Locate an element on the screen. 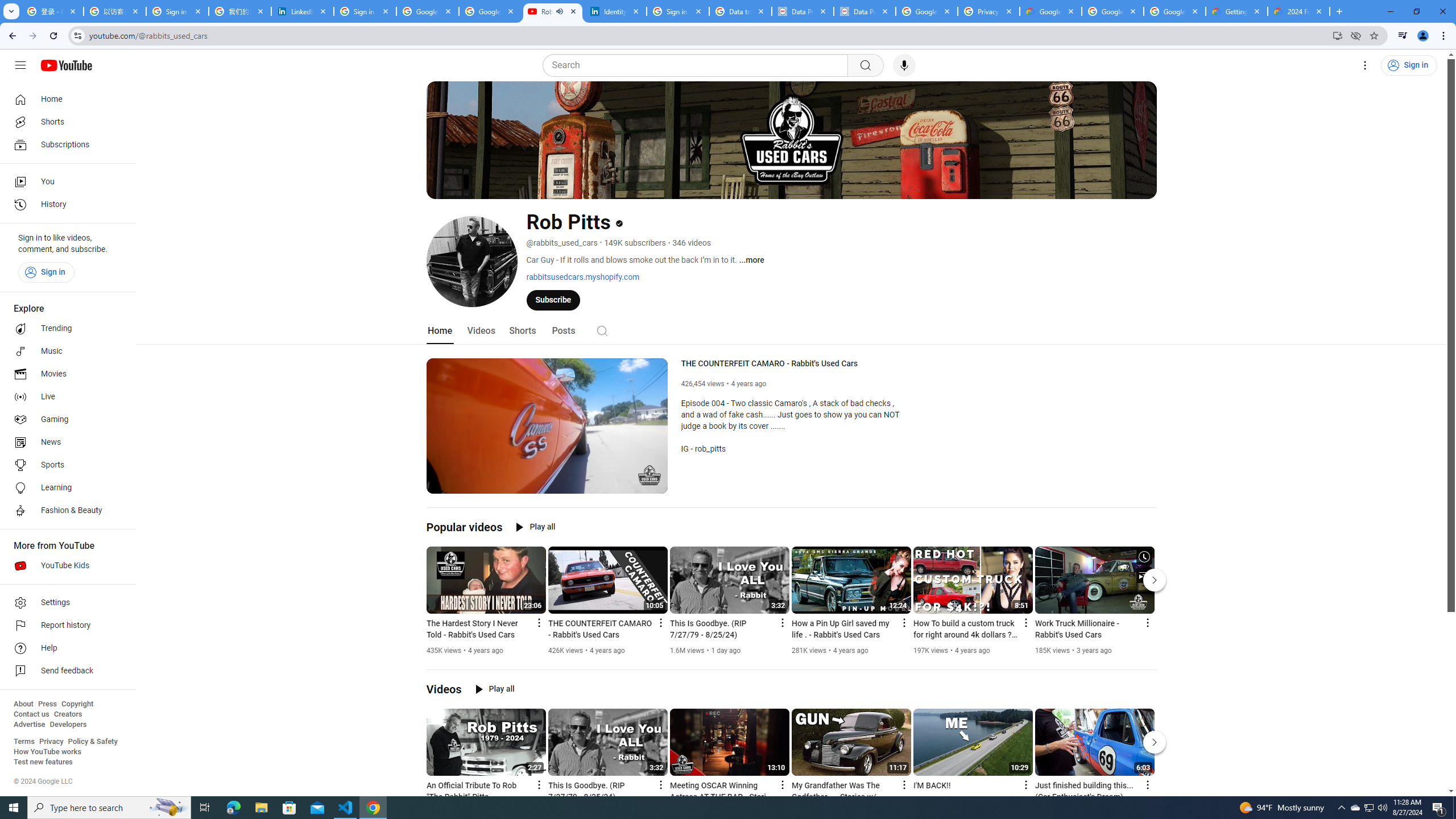  'Google Workspace - Specific Terms' is located at coordinates (1111, 11).